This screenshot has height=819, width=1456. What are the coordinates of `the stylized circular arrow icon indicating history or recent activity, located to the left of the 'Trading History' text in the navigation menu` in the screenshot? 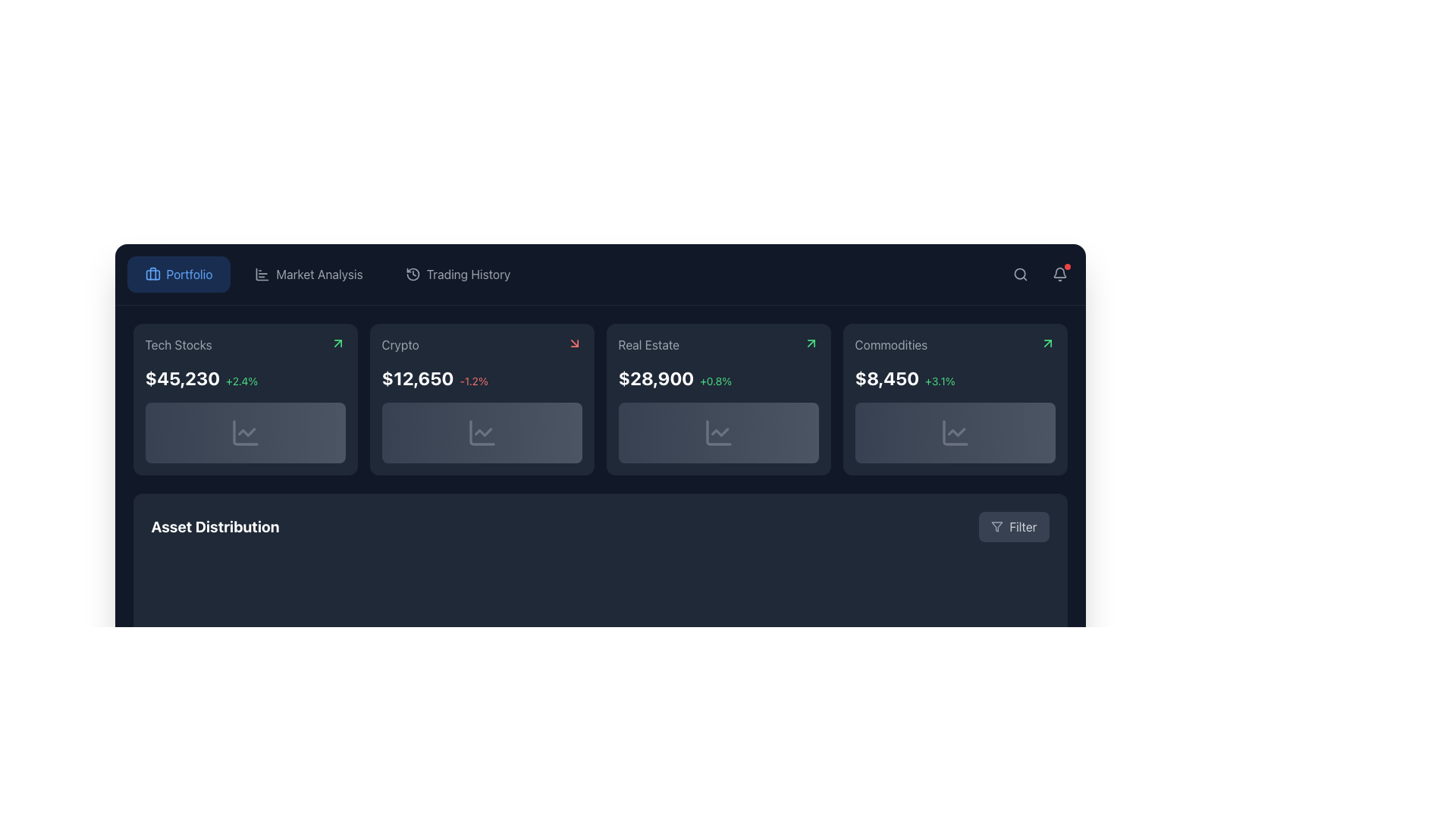 It's located at (413, 275).